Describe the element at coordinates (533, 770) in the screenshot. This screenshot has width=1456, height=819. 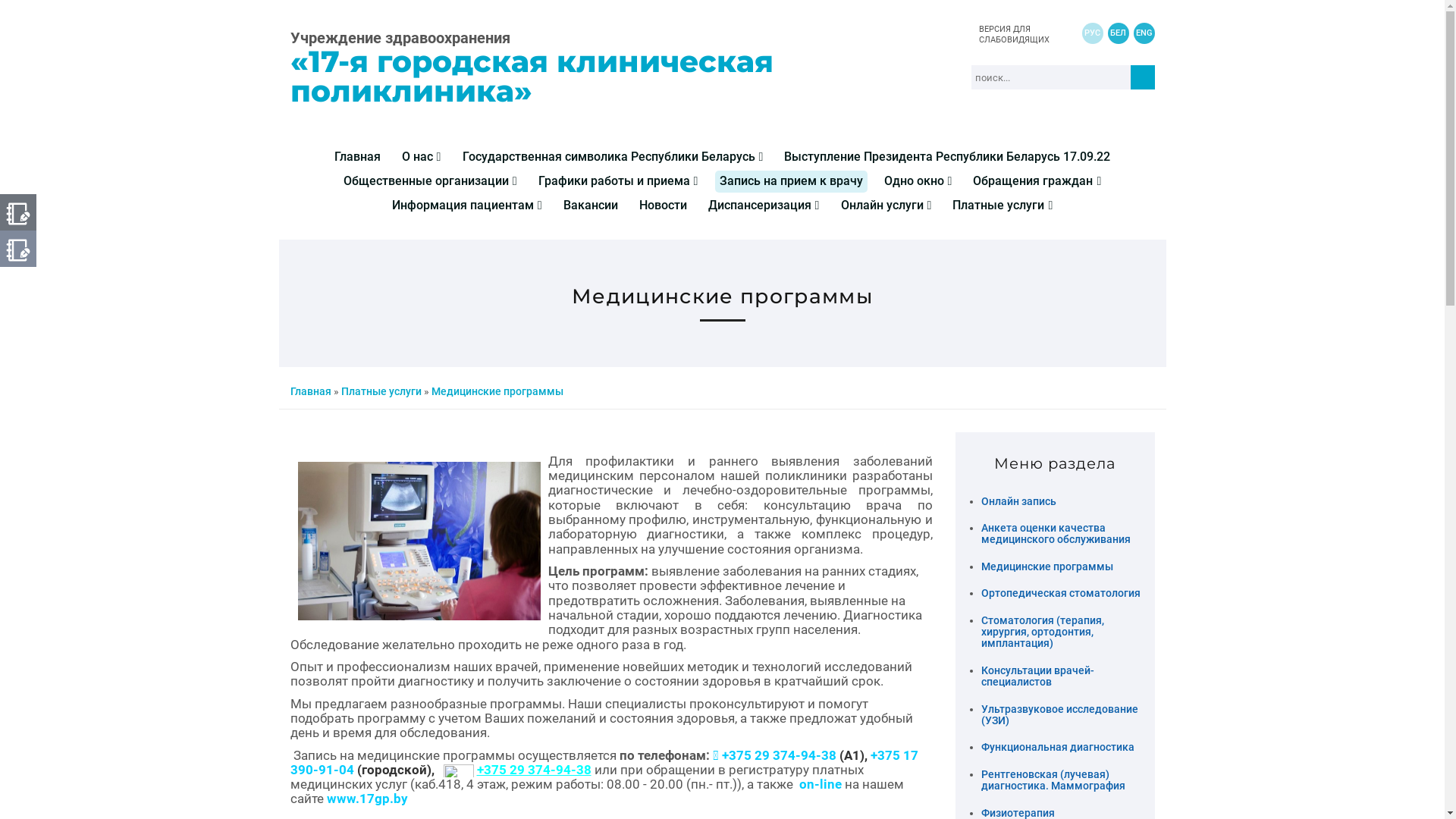
I see `'+375 29 374-94-38'` at that location.